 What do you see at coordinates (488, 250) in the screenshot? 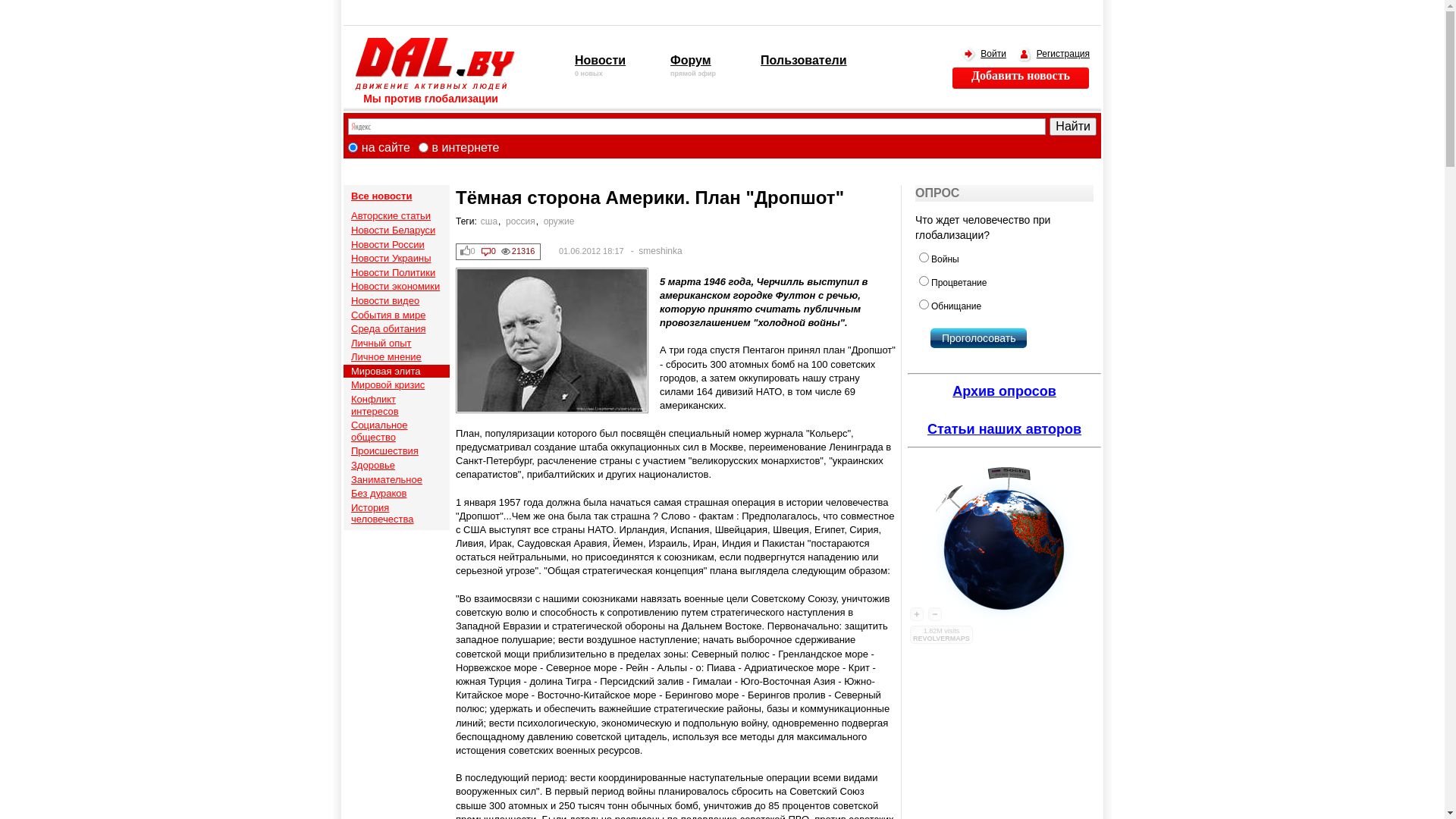
I see `'0'` at bounding box center [488, 250].